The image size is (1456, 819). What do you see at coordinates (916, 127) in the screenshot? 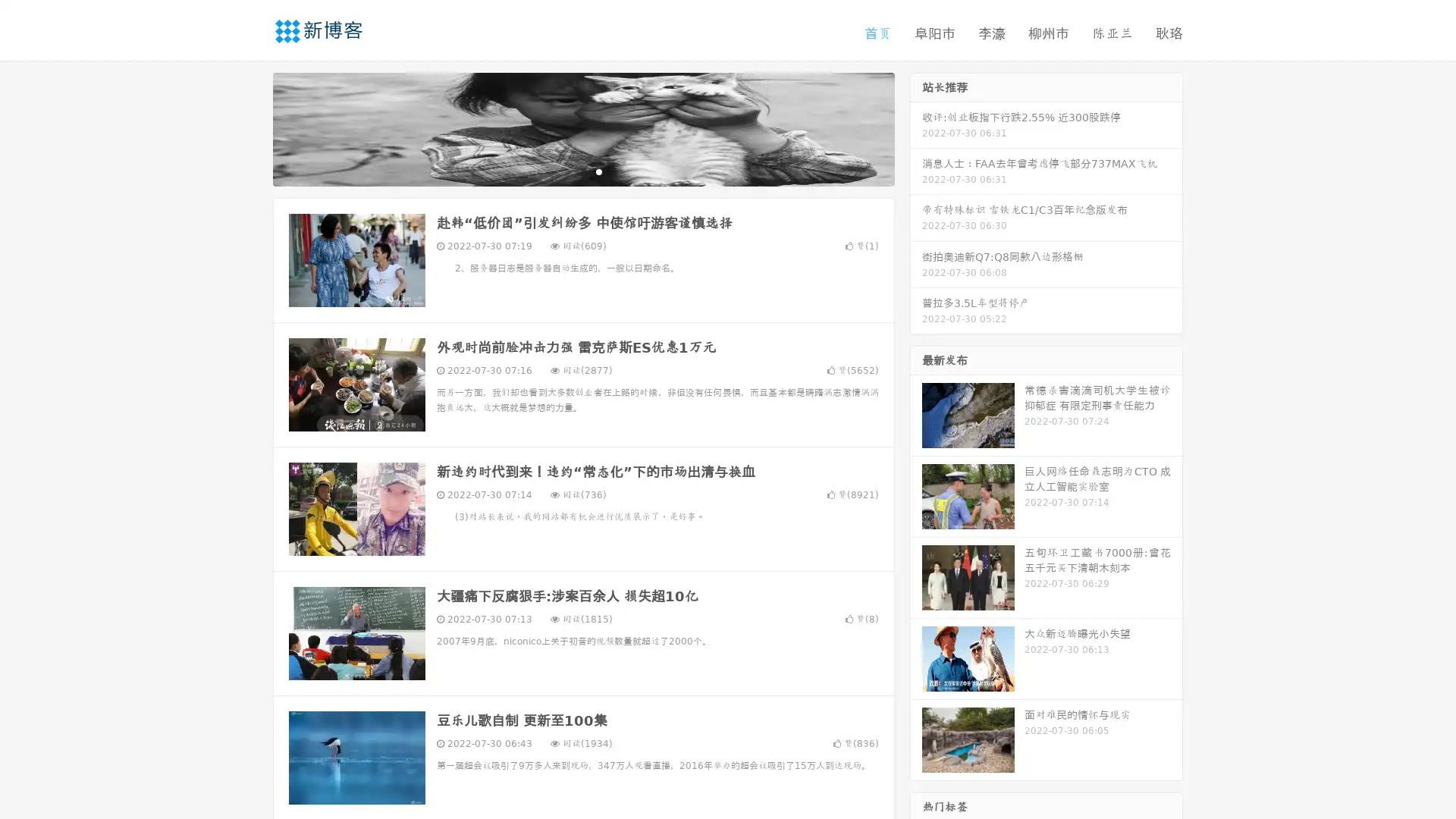
I see `Next slide` at bounding box center [916, 127].